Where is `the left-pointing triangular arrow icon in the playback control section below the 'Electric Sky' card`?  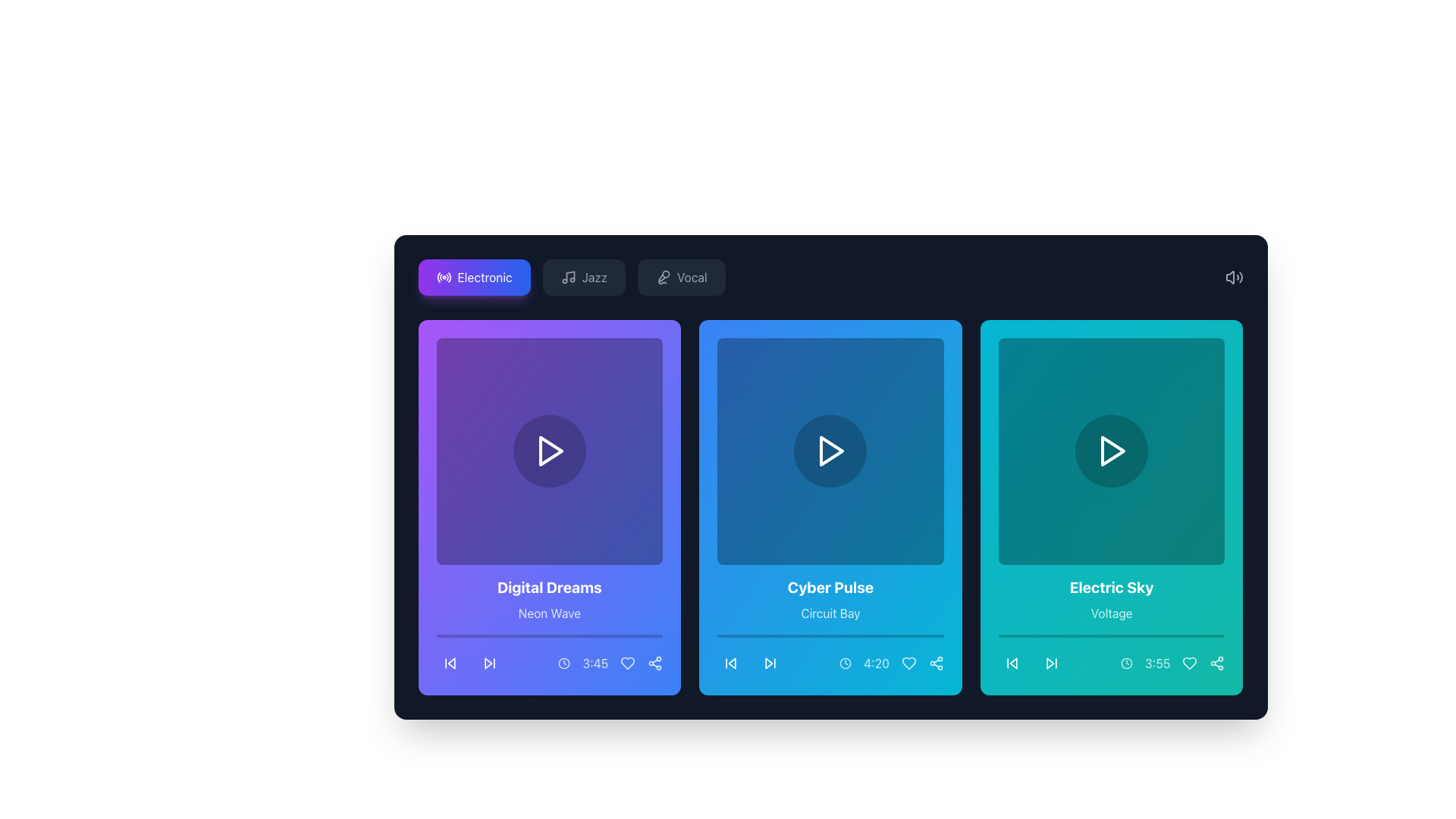
the left-pointing triangular arrow icon in the playback control section below the 'Electric Sky' card is located at coordinates (1013, 662).